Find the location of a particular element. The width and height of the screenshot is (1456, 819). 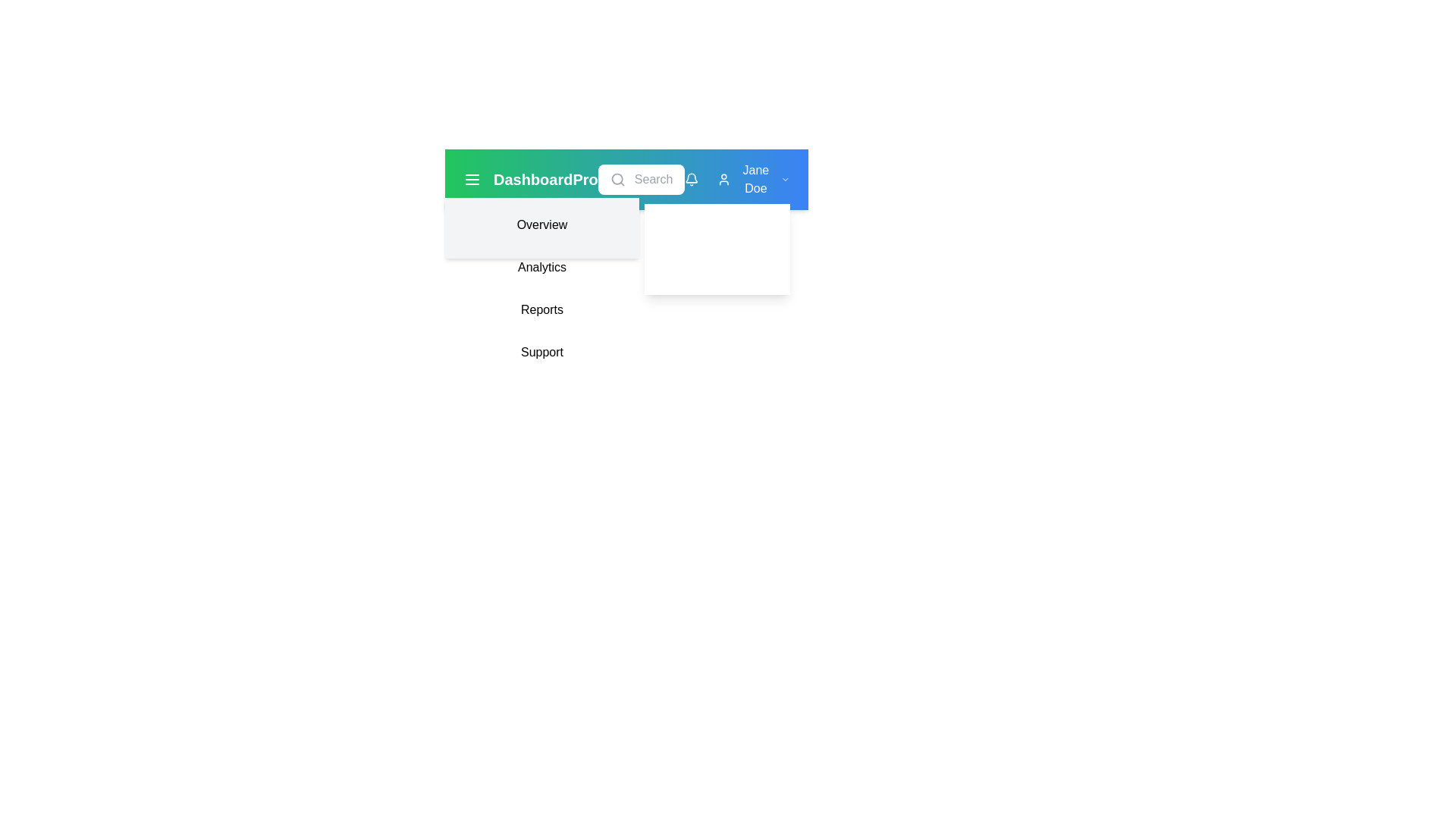

the search bar in the Navigation Bar, which features a gradient background and contains the text 'DashboardPro' and a notification bell icon is located at coordinates (626, 178).